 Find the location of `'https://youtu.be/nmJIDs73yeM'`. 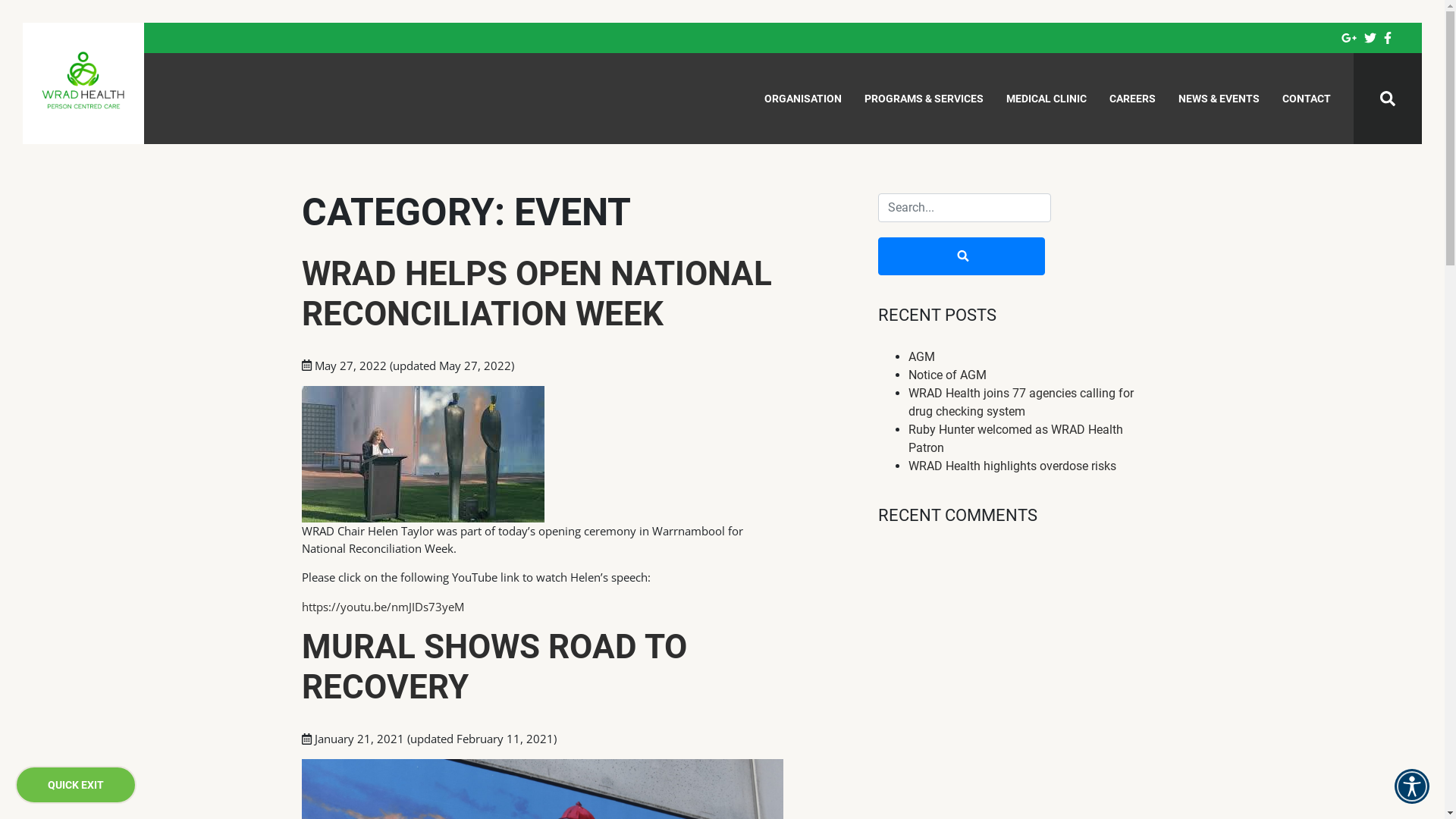

'https://youtu.be/nmJIDs73yeM' is located at coordinates (382, 605).